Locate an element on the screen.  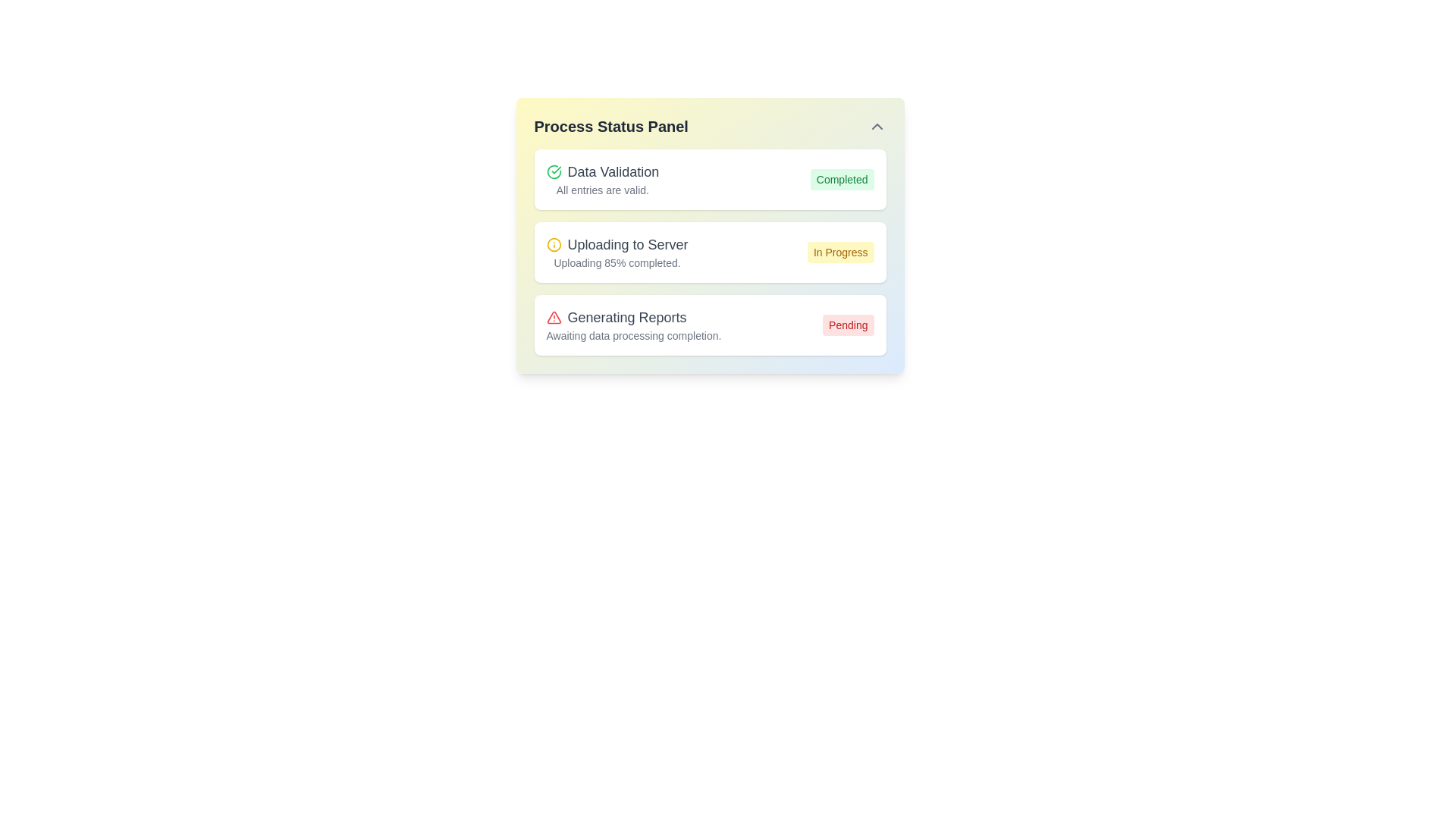
the 'Completed' tag in the Information block of the status panel is located at coordinates (709, 178).